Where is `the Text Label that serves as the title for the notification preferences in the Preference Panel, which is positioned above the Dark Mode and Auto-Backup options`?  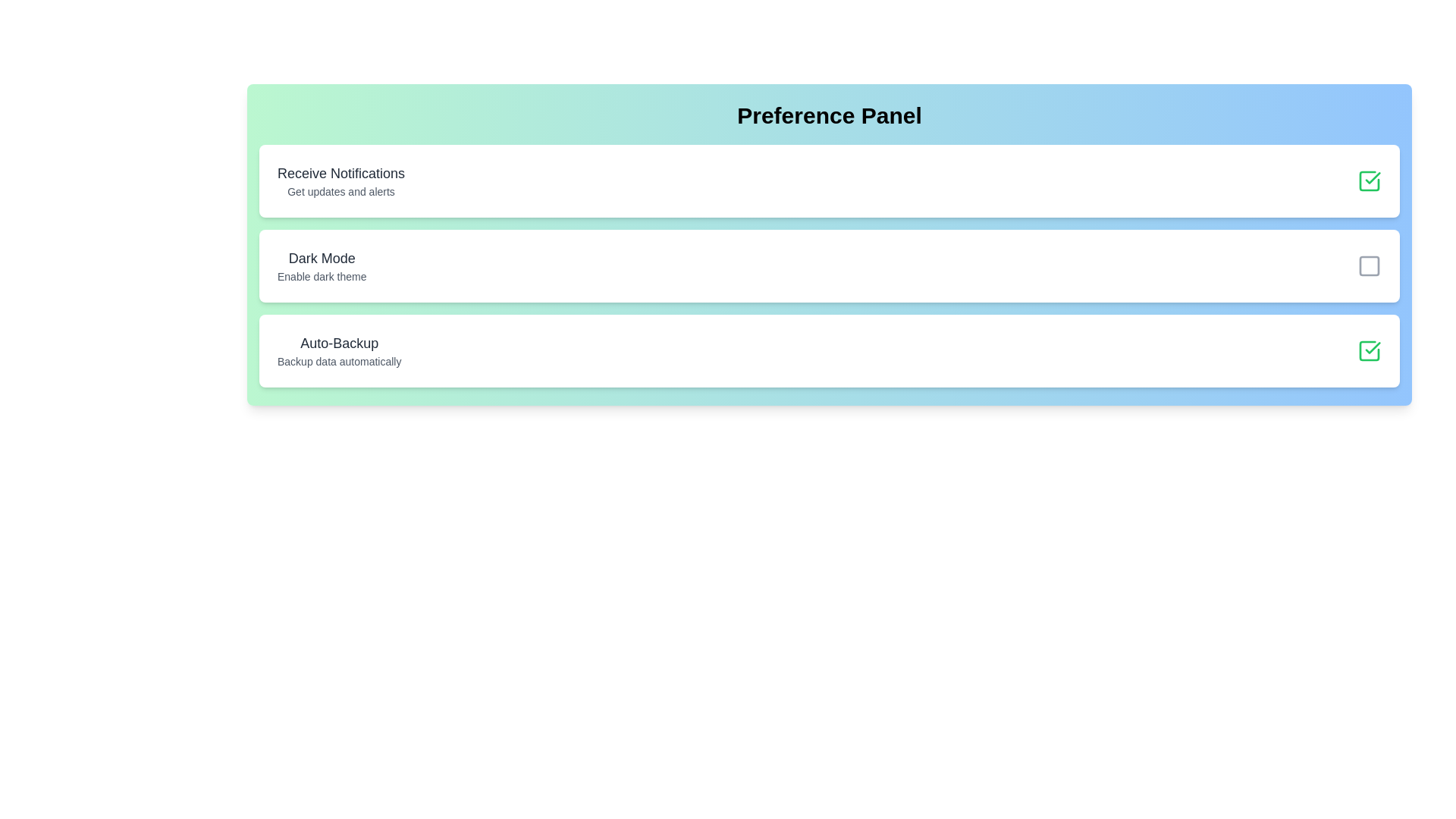 the Text Label that serves as the title for the notification preferences in the Preference Panel, which is positioned above the Dark Mode and Auto-Backup options is located at coordinates (340, 172).